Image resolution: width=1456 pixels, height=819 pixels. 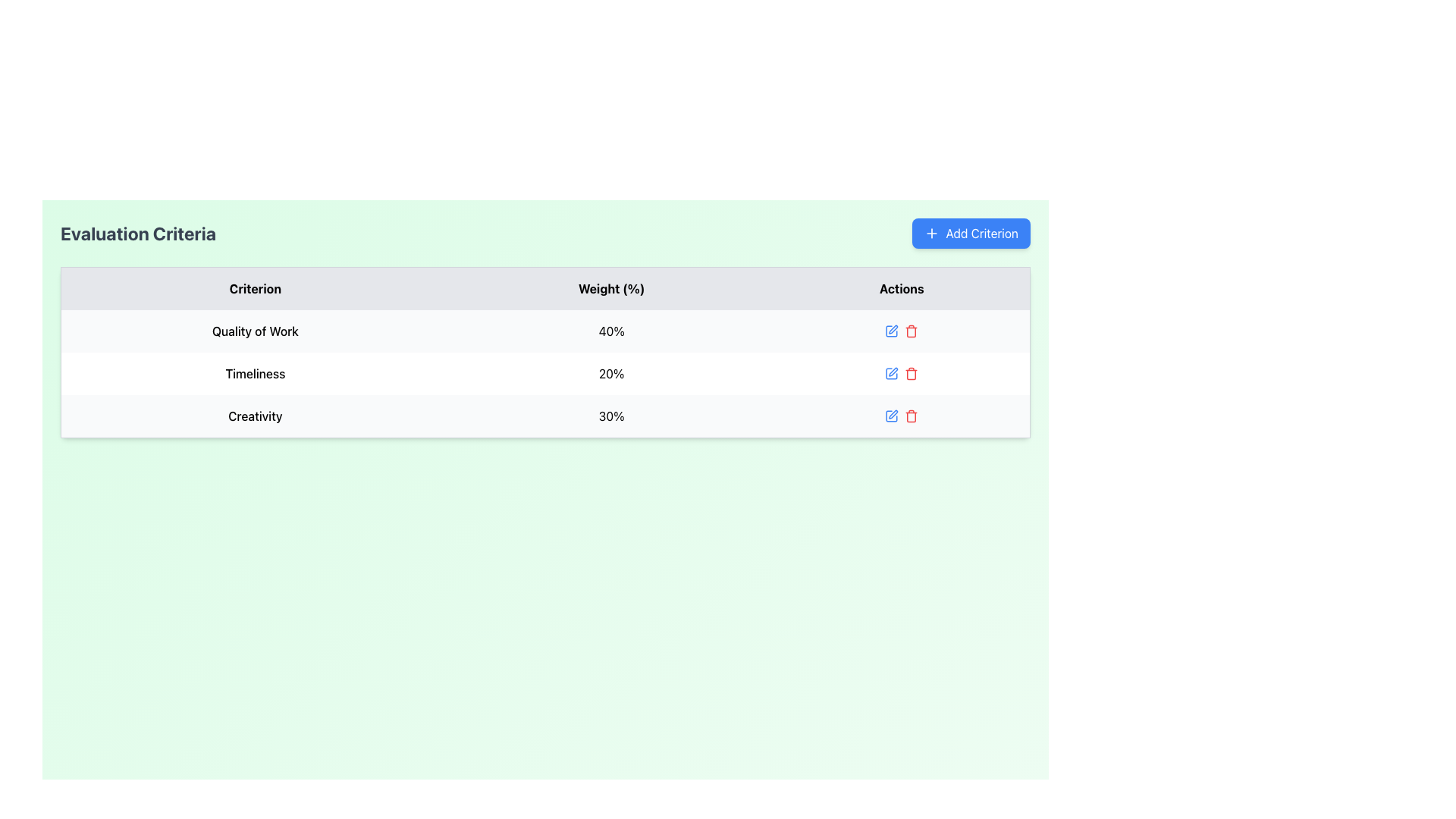 I want to click on the interactive icon button in the 'Actions' column of the second row, so click(x=892, y=374).